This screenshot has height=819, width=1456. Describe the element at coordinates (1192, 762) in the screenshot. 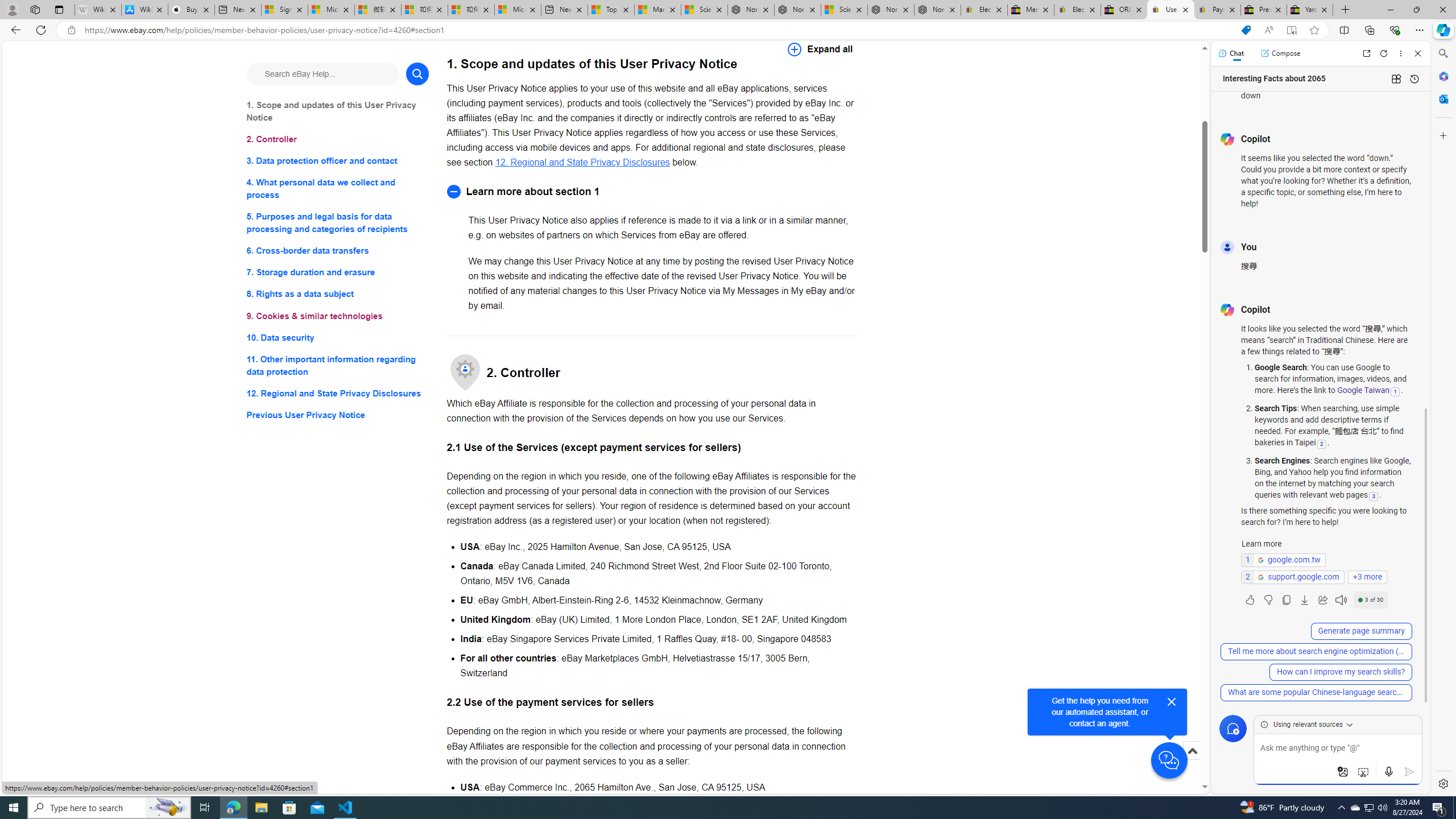

I see `'Scroll to top'` at that location.